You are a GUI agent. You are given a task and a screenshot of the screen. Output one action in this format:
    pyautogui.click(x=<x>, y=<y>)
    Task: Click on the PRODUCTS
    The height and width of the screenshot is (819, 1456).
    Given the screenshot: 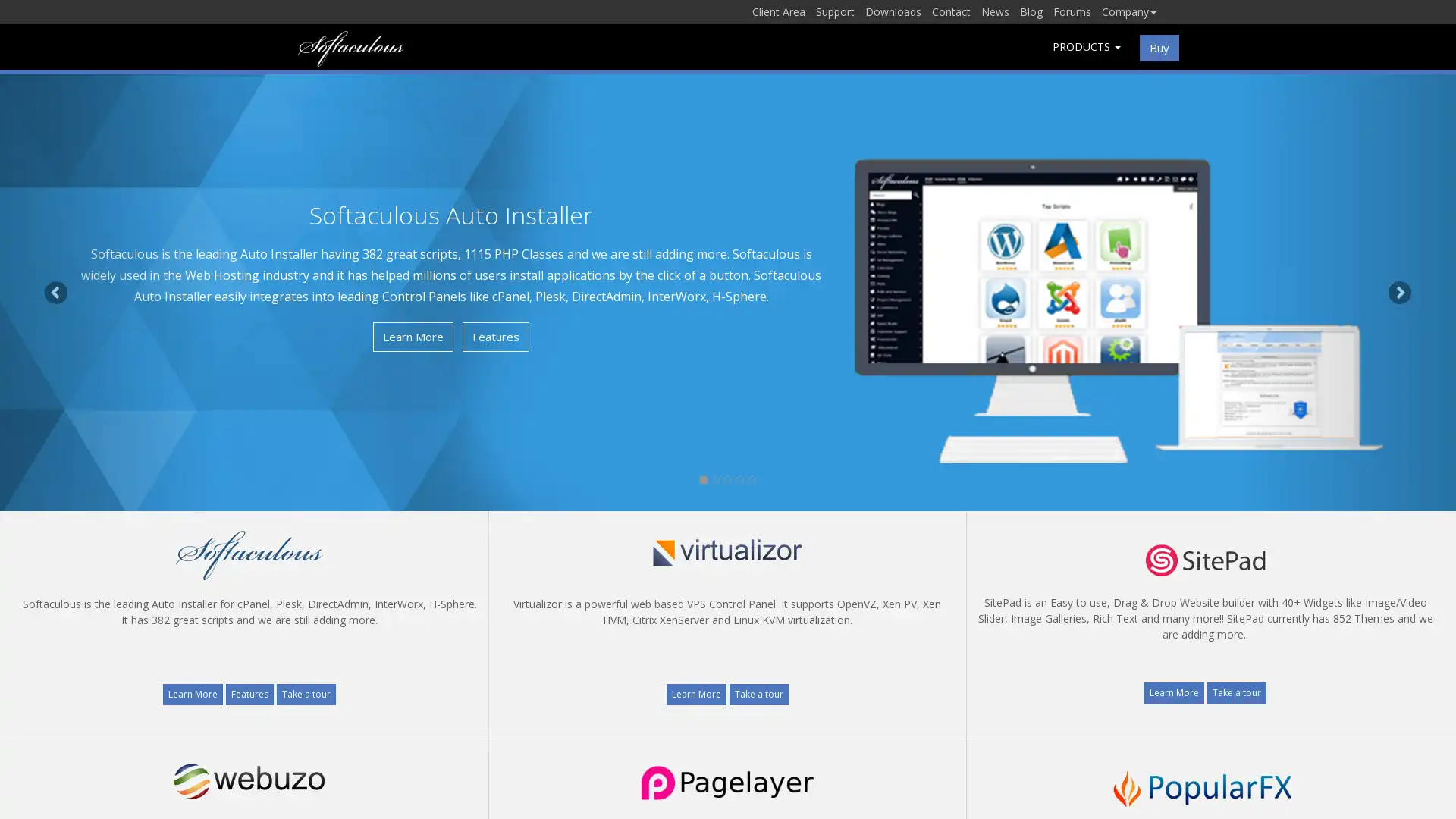 What is the action you would take?
    pyautogui.click(x=1086, y=45)
    